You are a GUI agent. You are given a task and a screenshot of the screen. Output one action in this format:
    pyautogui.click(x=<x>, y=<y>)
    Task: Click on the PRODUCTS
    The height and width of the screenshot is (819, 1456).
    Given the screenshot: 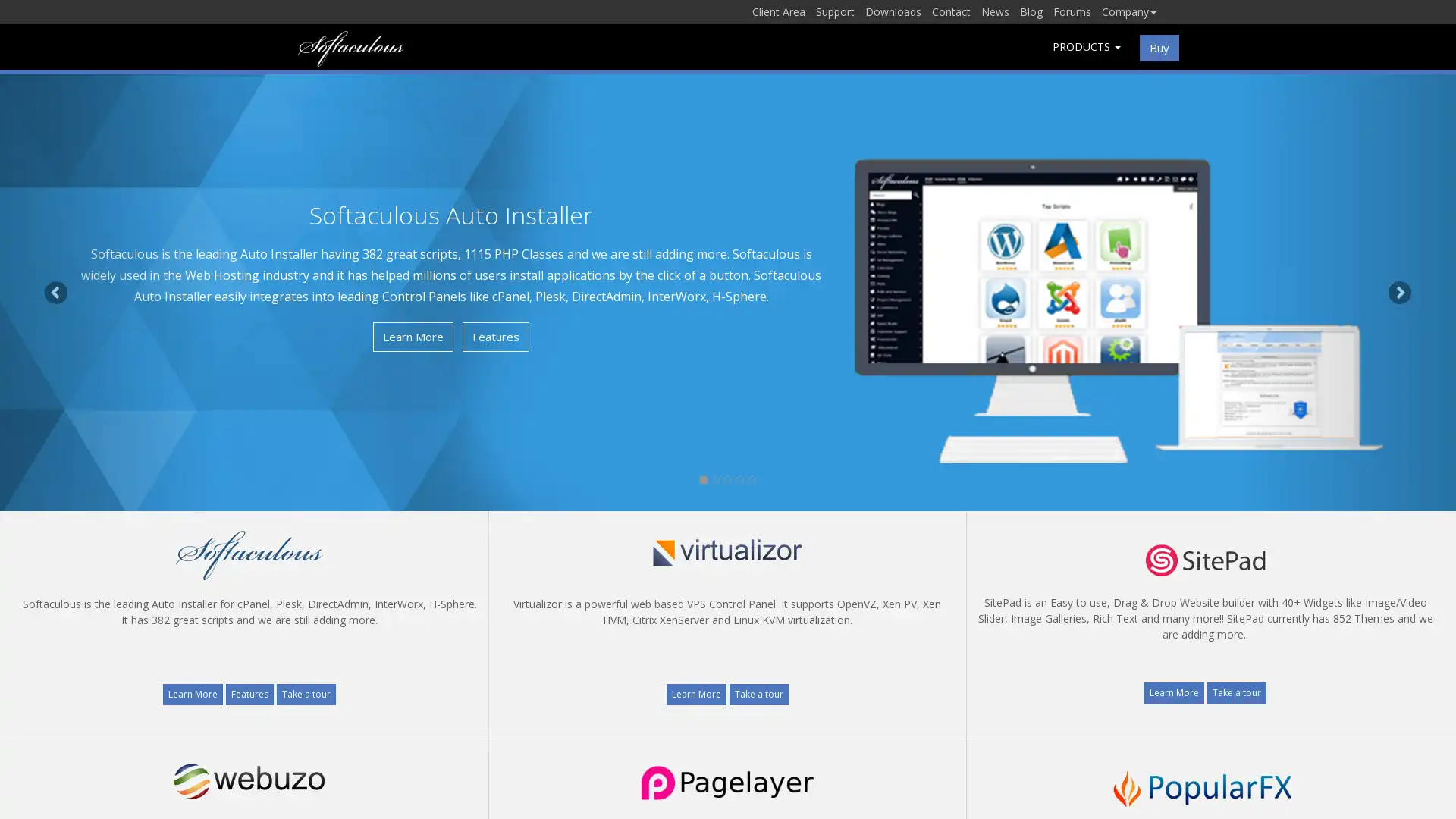 What is the action you would take?
    pyautogui.click(x=1086, y=45)
    